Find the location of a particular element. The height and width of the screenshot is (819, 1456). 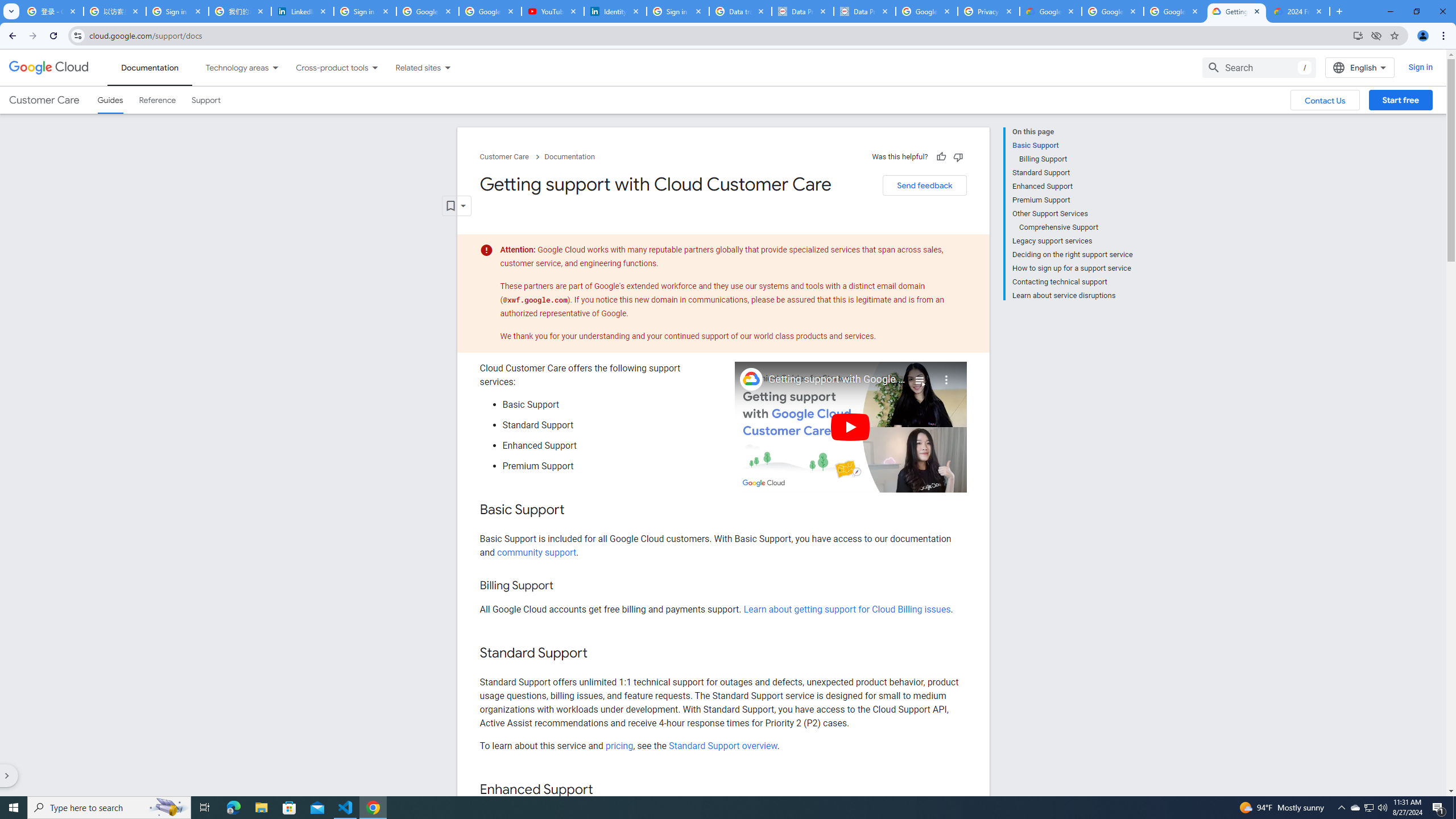

'Basic Support' is located at coordinates (1072, 144).